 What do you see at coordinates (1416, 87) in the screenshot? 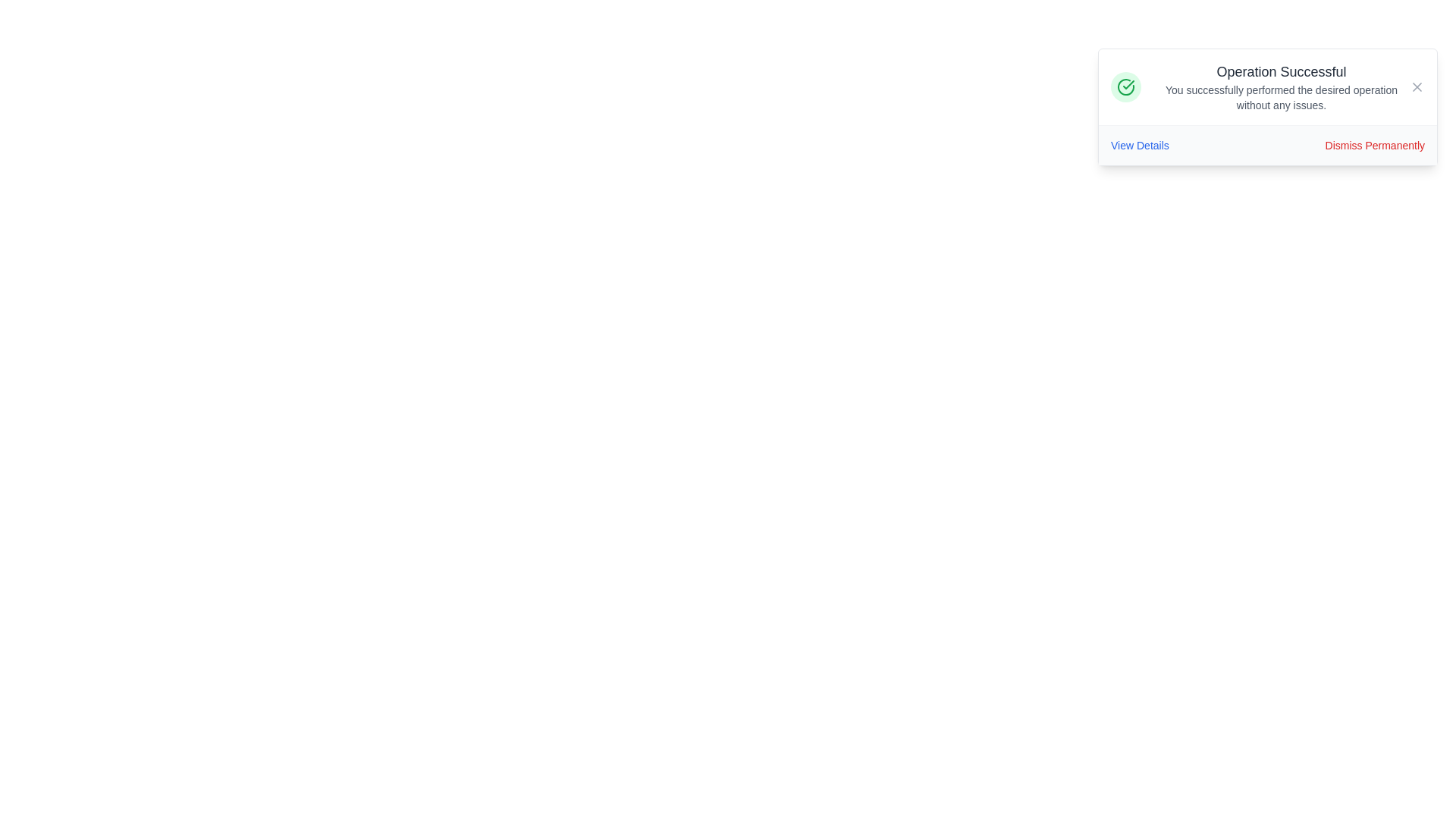
I see `the close icon located in the top-right corner of the notification panel` at bounding box center [1416, 87].